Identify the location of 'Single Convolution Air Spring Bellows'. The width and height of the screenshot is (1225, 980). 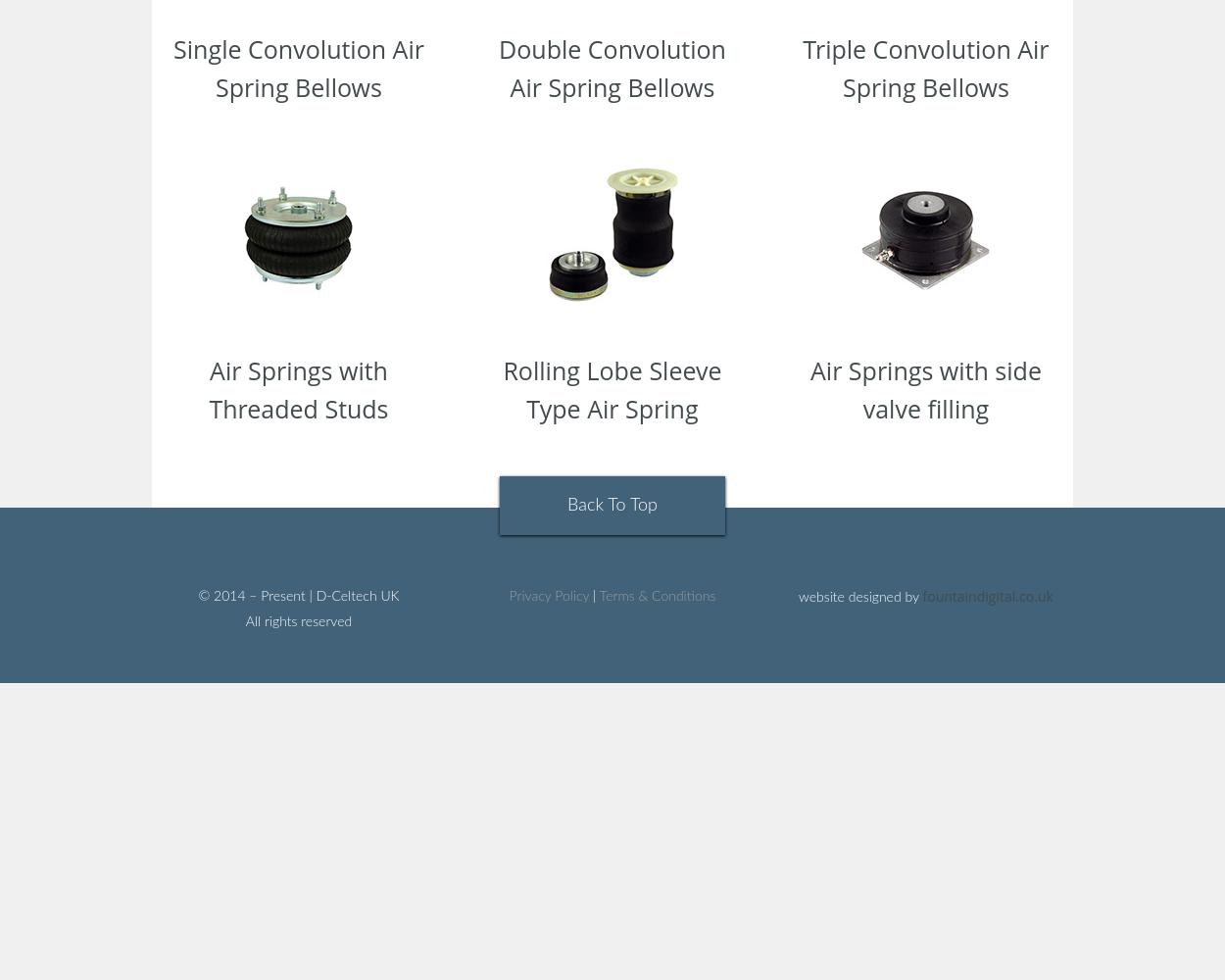
(298, 67).